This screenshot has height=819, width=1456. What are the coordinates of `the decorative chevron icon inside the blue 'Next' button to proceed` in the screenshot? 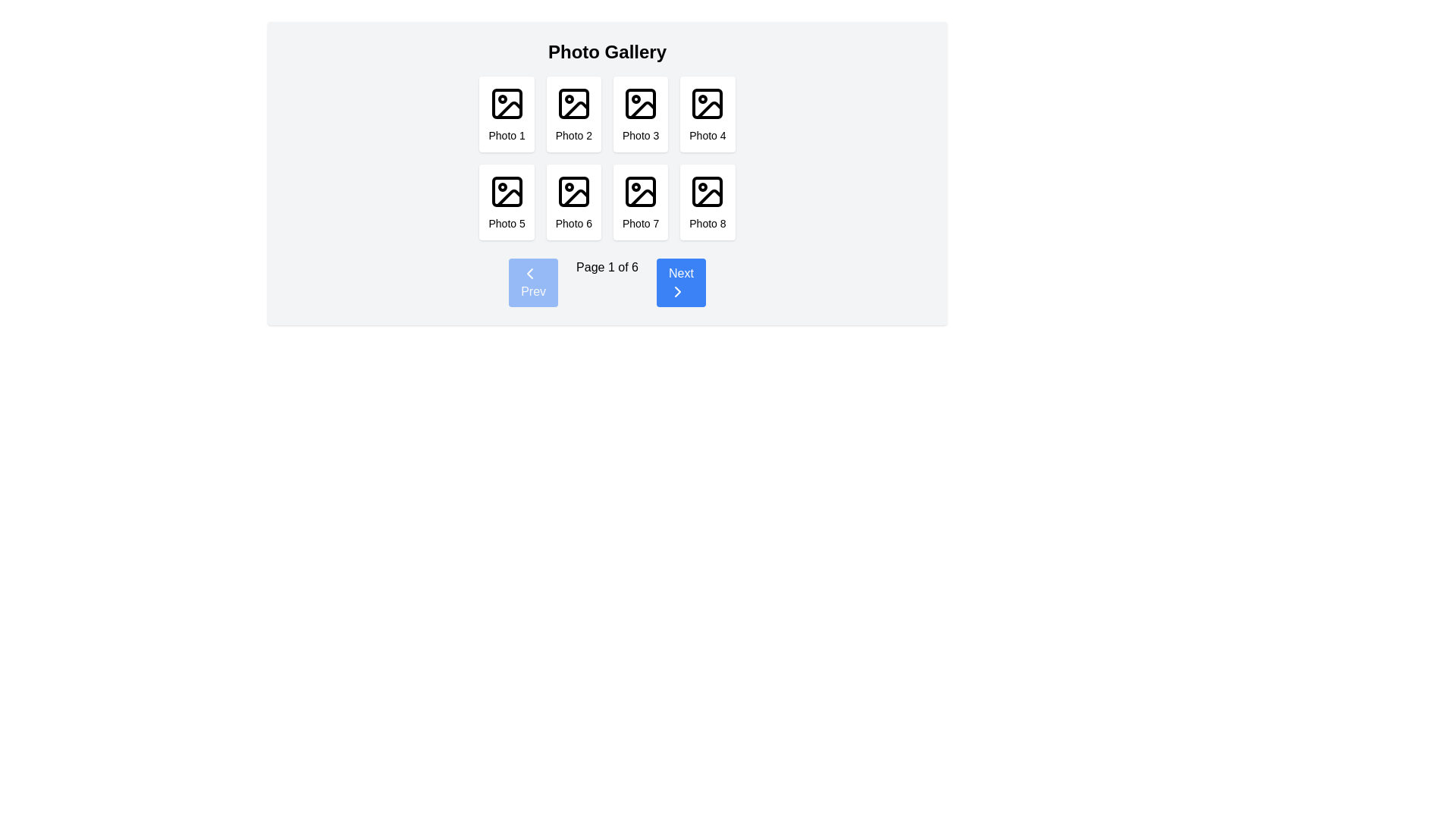 It's located at (676, 292).